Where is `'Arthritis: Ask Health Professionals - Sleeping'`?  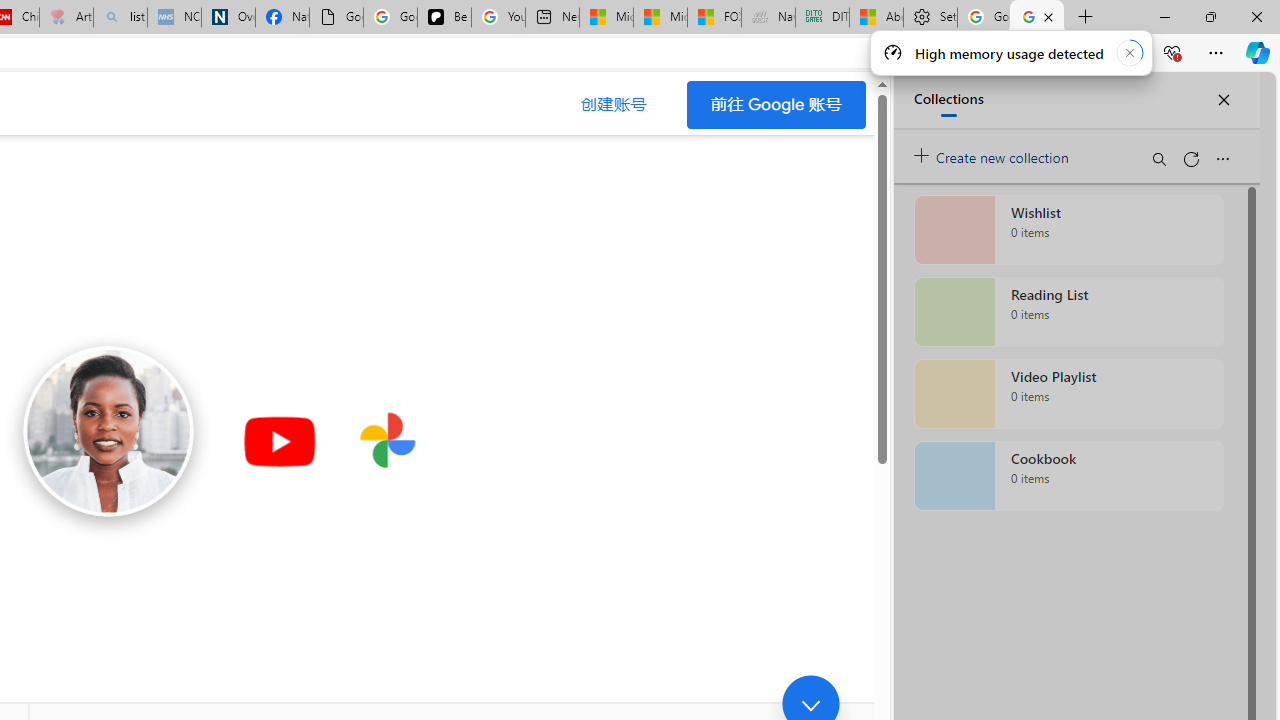
'Arthritis: Ask Health Professionals - Sleeping' is located at coordinates (66, 17).